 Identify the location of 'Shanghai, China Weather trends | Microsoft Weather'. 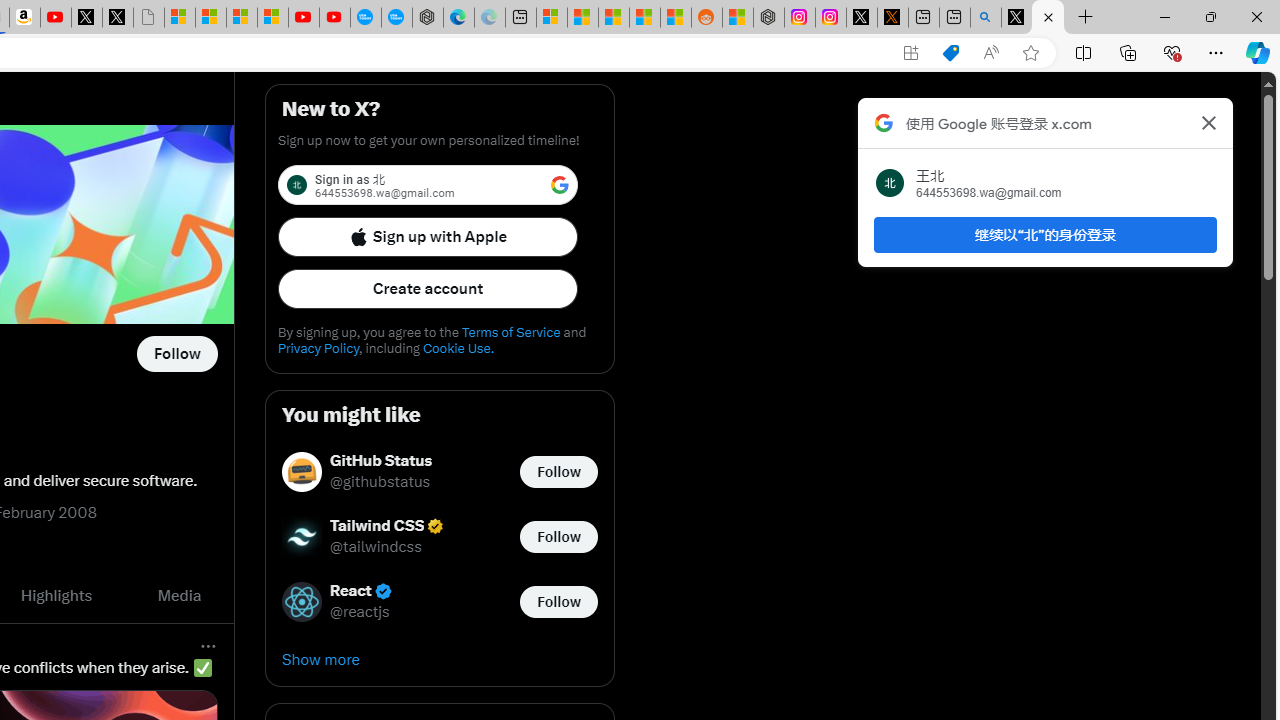
(675, 17).